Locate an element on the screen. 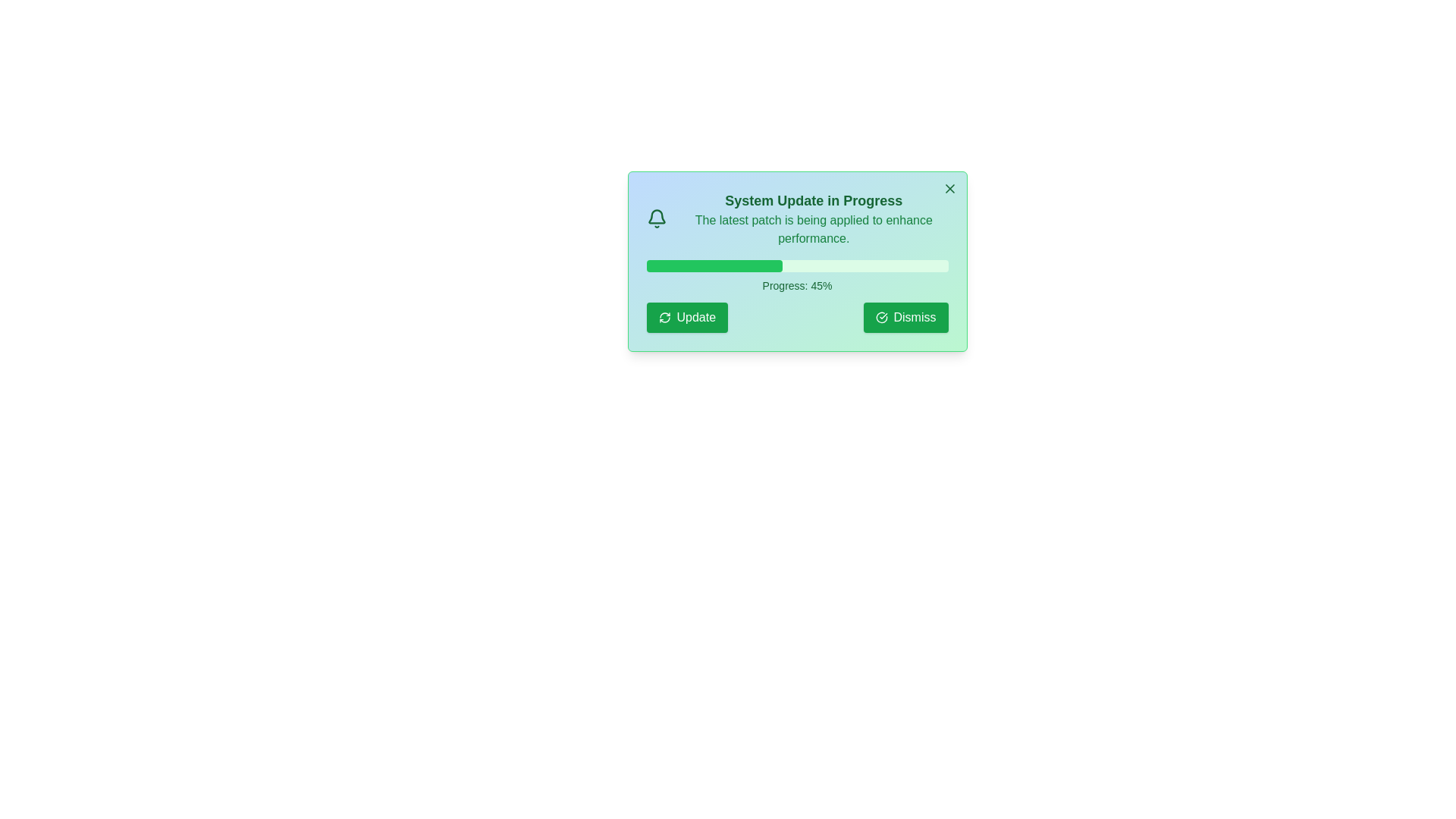  the progress bar to 48% by adjusting its width is located at coordinates (790, 265).